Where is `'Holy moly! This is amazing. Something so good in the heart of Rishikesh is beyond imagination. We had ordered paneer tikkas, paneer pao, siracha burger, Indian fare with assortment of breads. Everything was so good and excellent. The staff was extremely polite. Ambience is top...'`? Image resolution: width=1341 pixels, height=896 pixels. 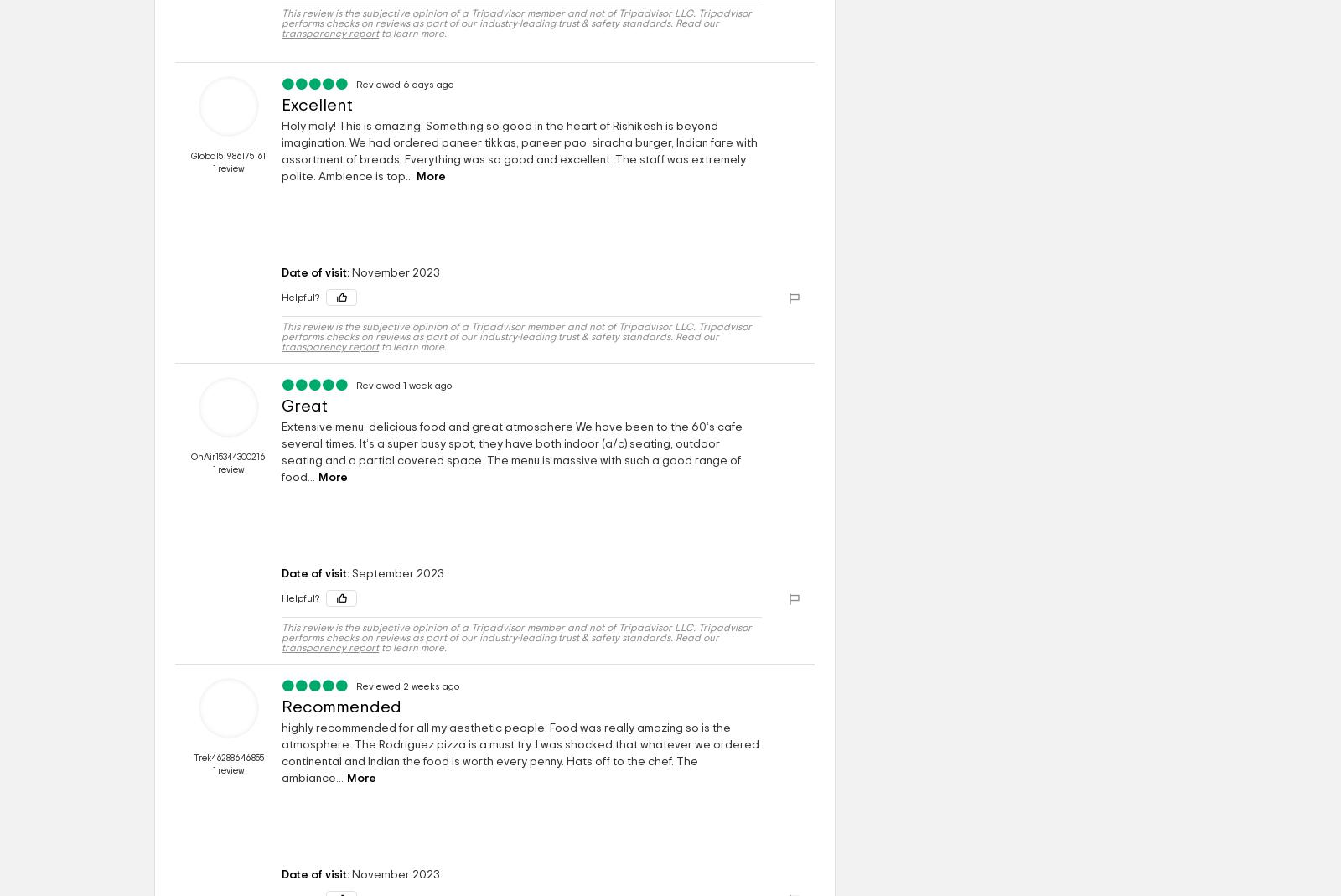
'Holy moly! This is amazing. Something so good in the heart of Rishikesh is beyond imagination. We had ordered paneer tikkas, paneer pao, siracha burger, Indian fare with assortment of breads. Everything was so good and excellent. The staff was extremely polite. Ambience is top...' is located at coordinates (520, 151).